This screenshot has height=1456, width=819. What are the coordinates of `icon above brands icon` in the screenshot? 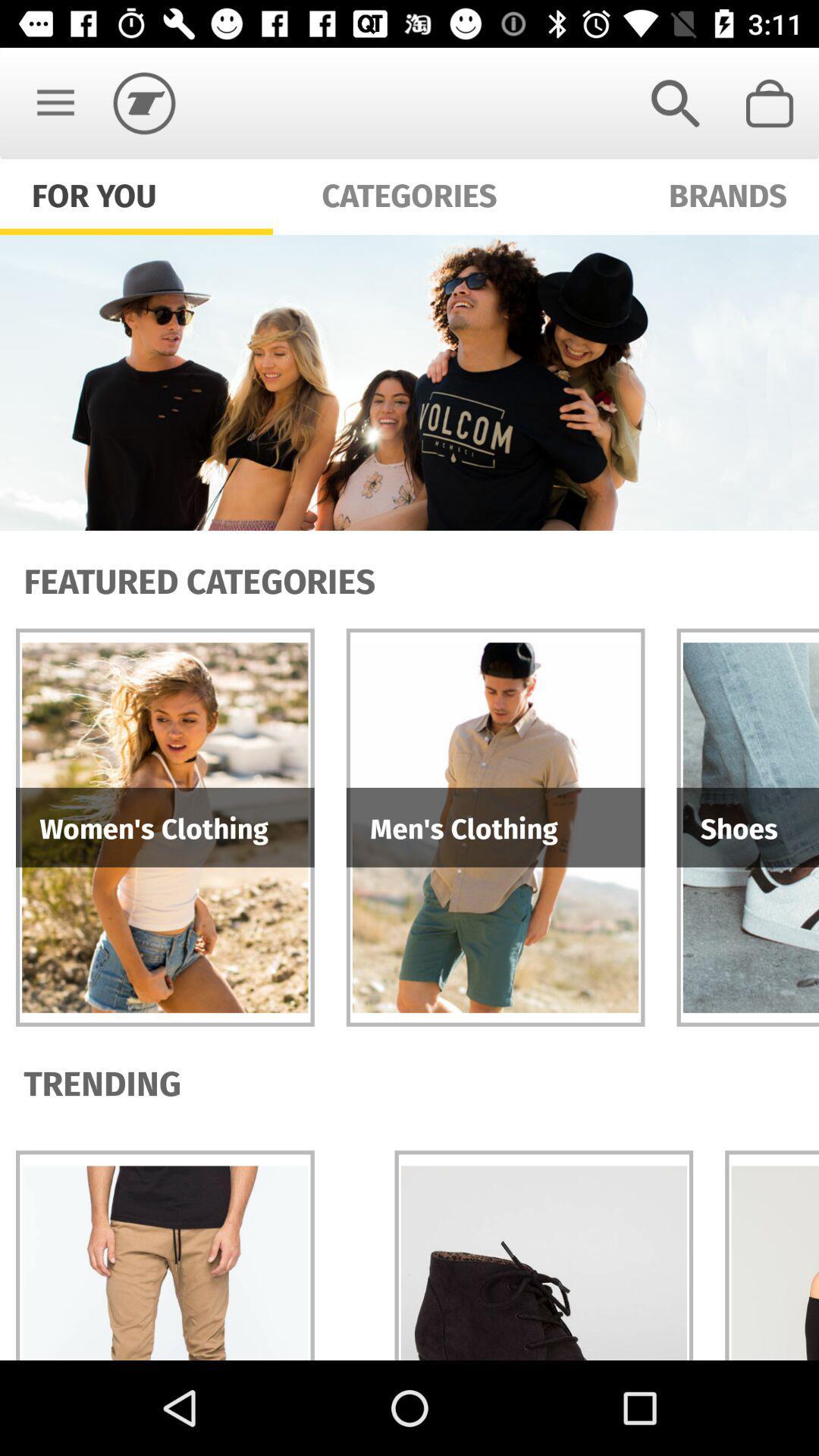 It's located at (675, 102).